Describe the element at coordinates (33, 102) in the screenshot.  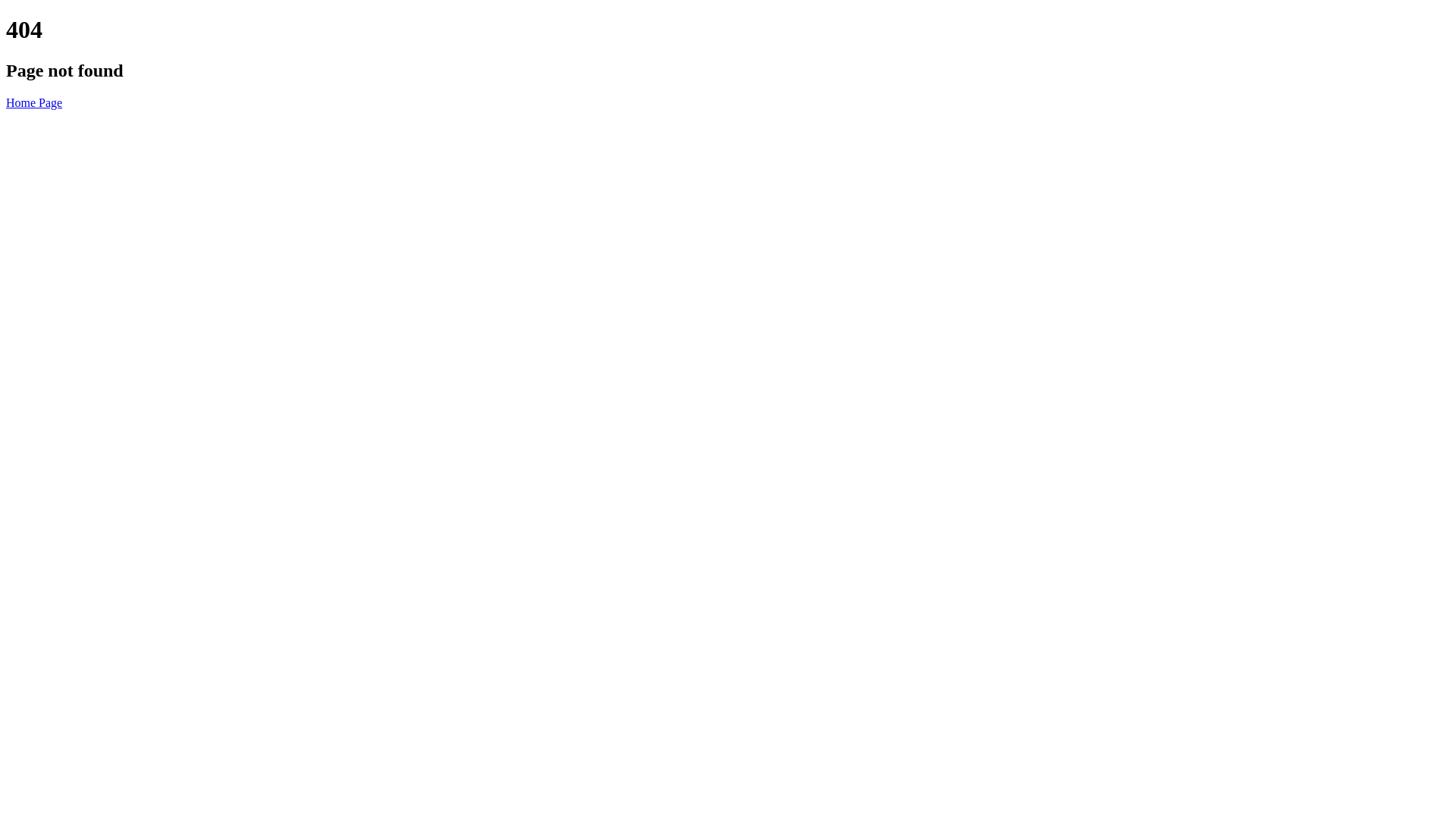
I see `'Home Page'` at that location.